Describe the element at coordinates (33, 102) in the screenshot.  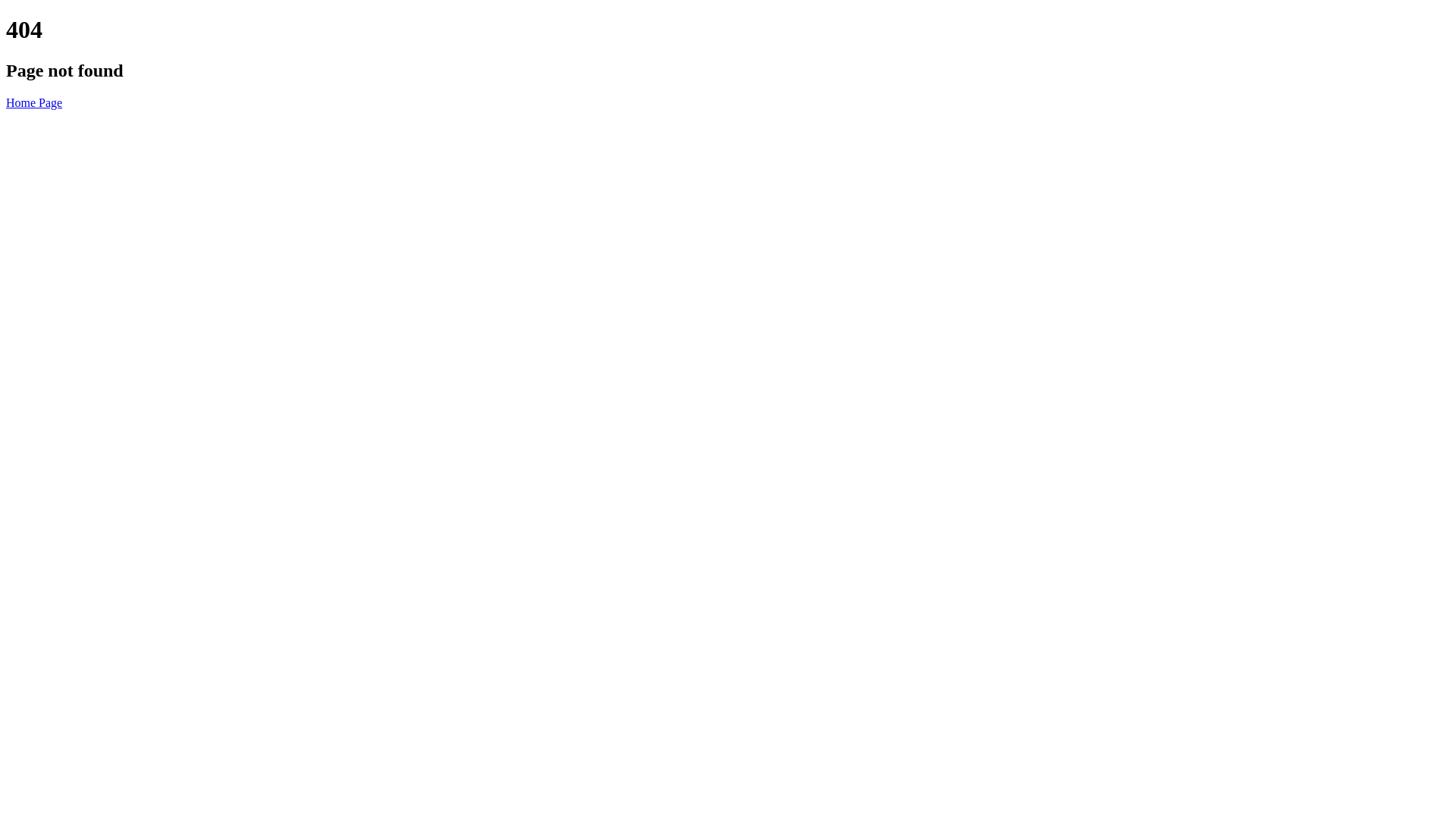
I see `'Home Page'` at that location.